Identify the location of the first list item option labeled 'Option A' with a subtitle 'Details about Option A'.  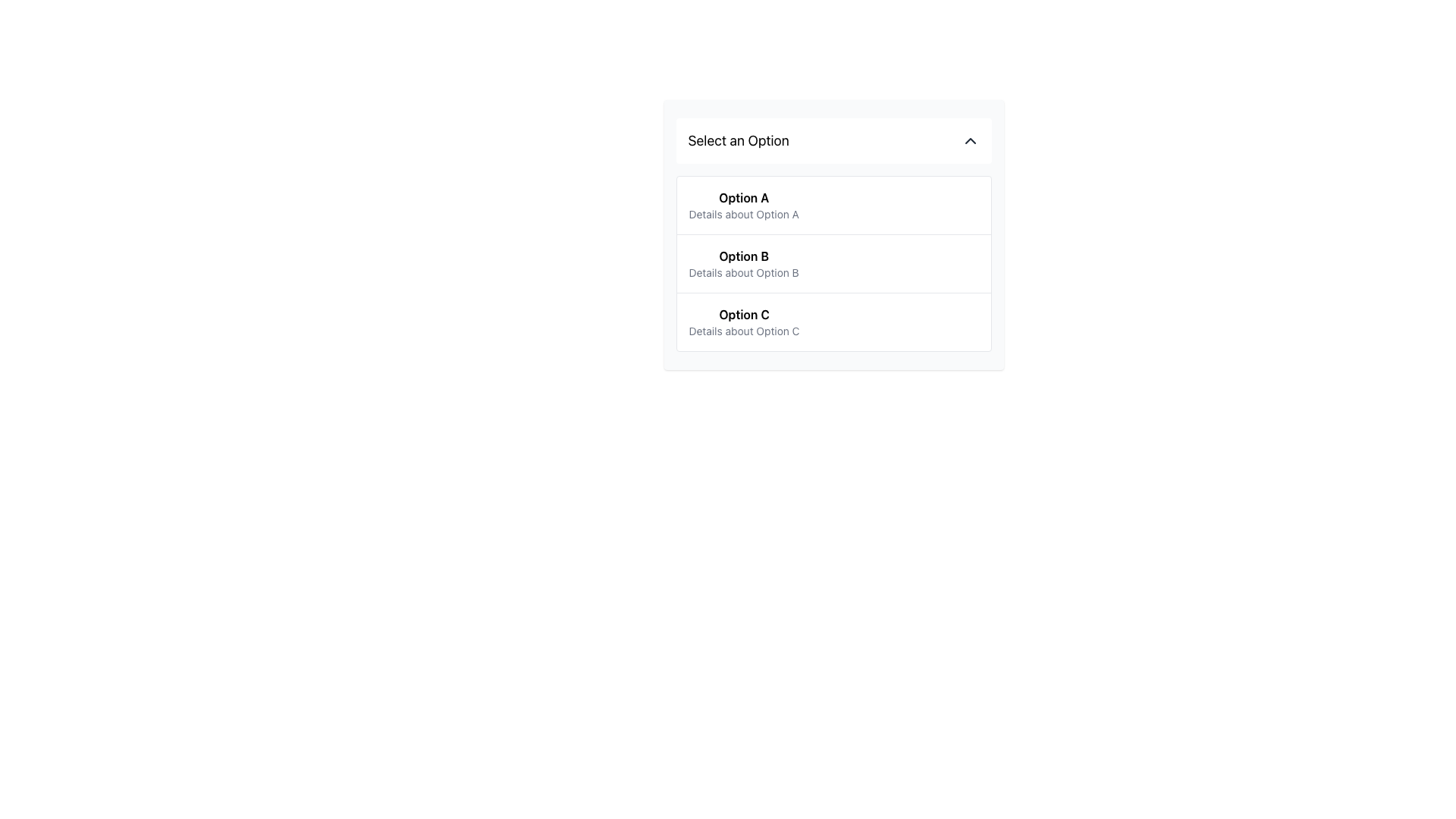
(744, 205).